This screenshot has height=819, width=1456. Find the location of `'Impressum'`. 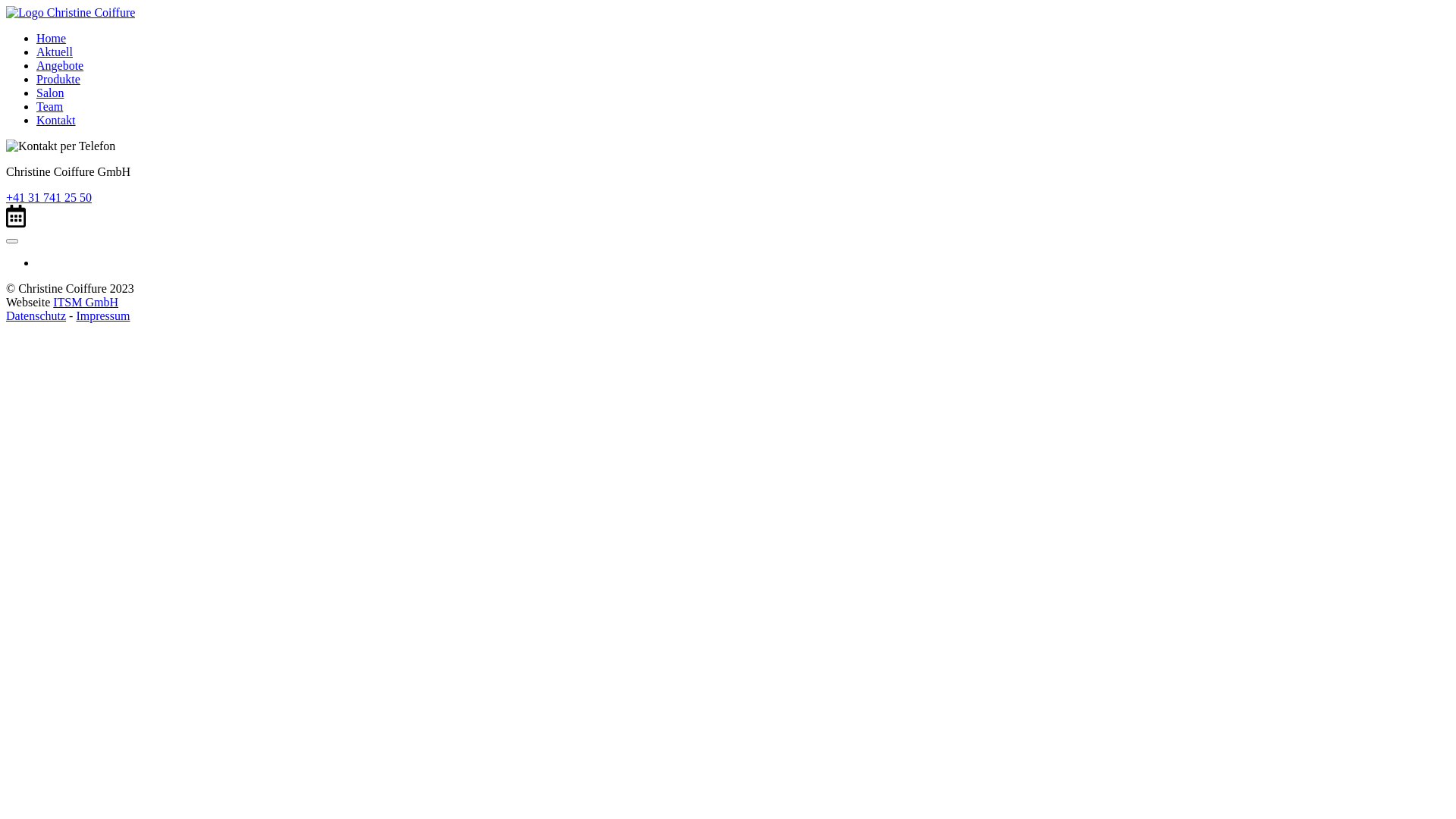

'Impressum' is located at coordinates (102, 315).